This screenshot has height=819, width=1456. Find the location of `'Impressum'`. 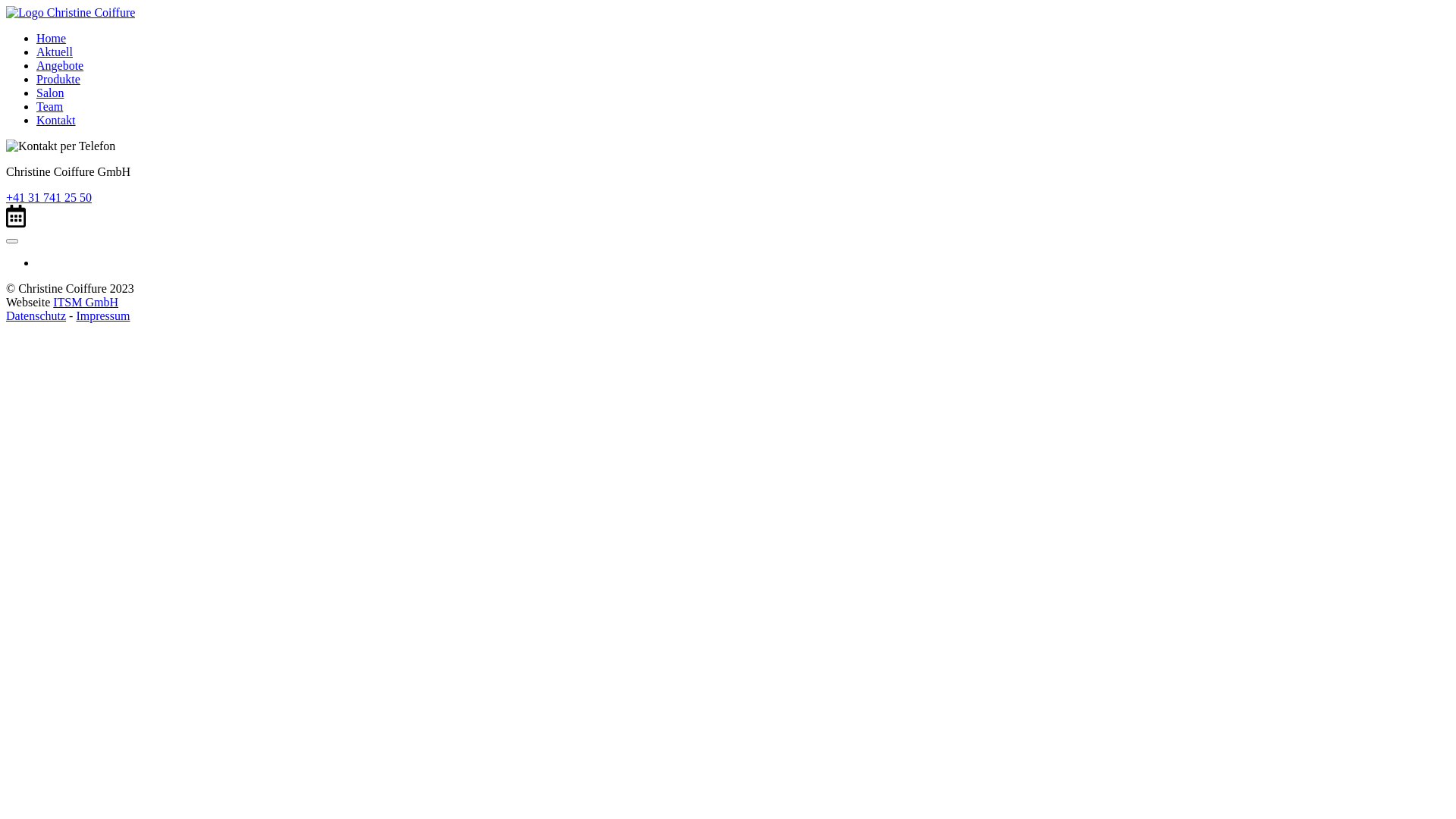

'Impressum' is located at coordinates (102, 315).